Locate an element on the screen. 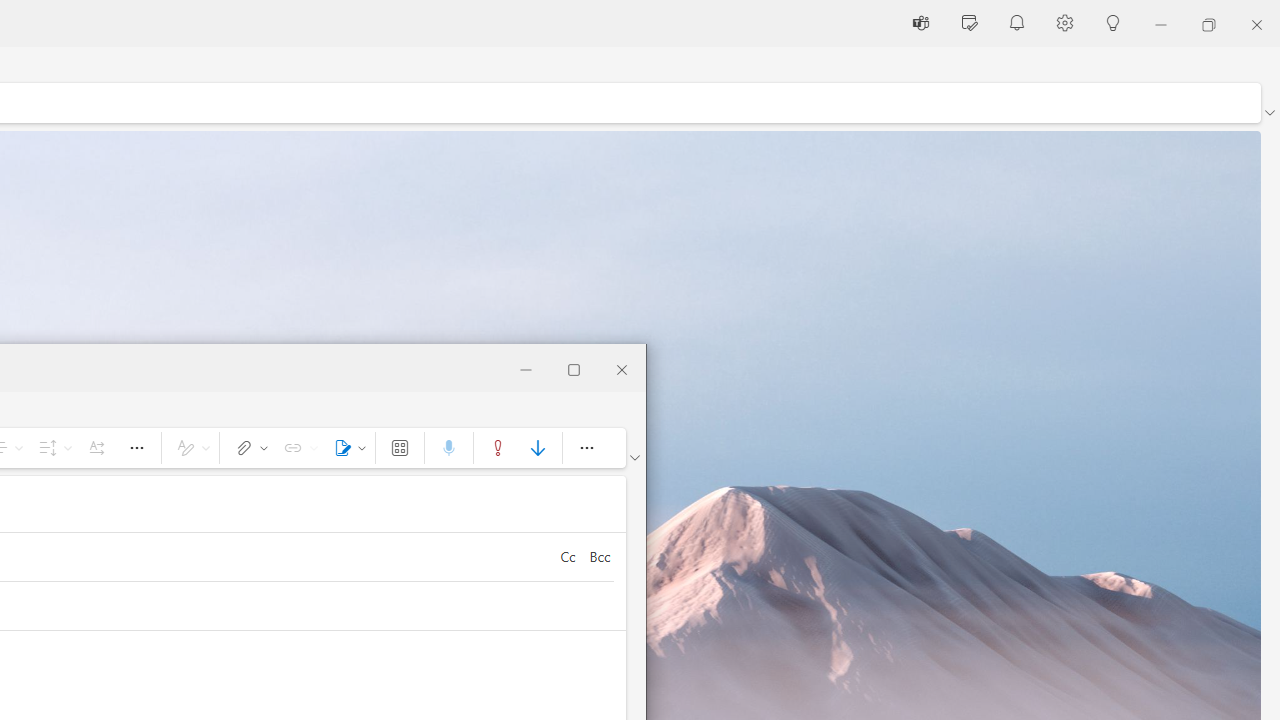 The width and height of the screenshot is (1280, 720). 'Apps' is located at coordinates (400, 446).